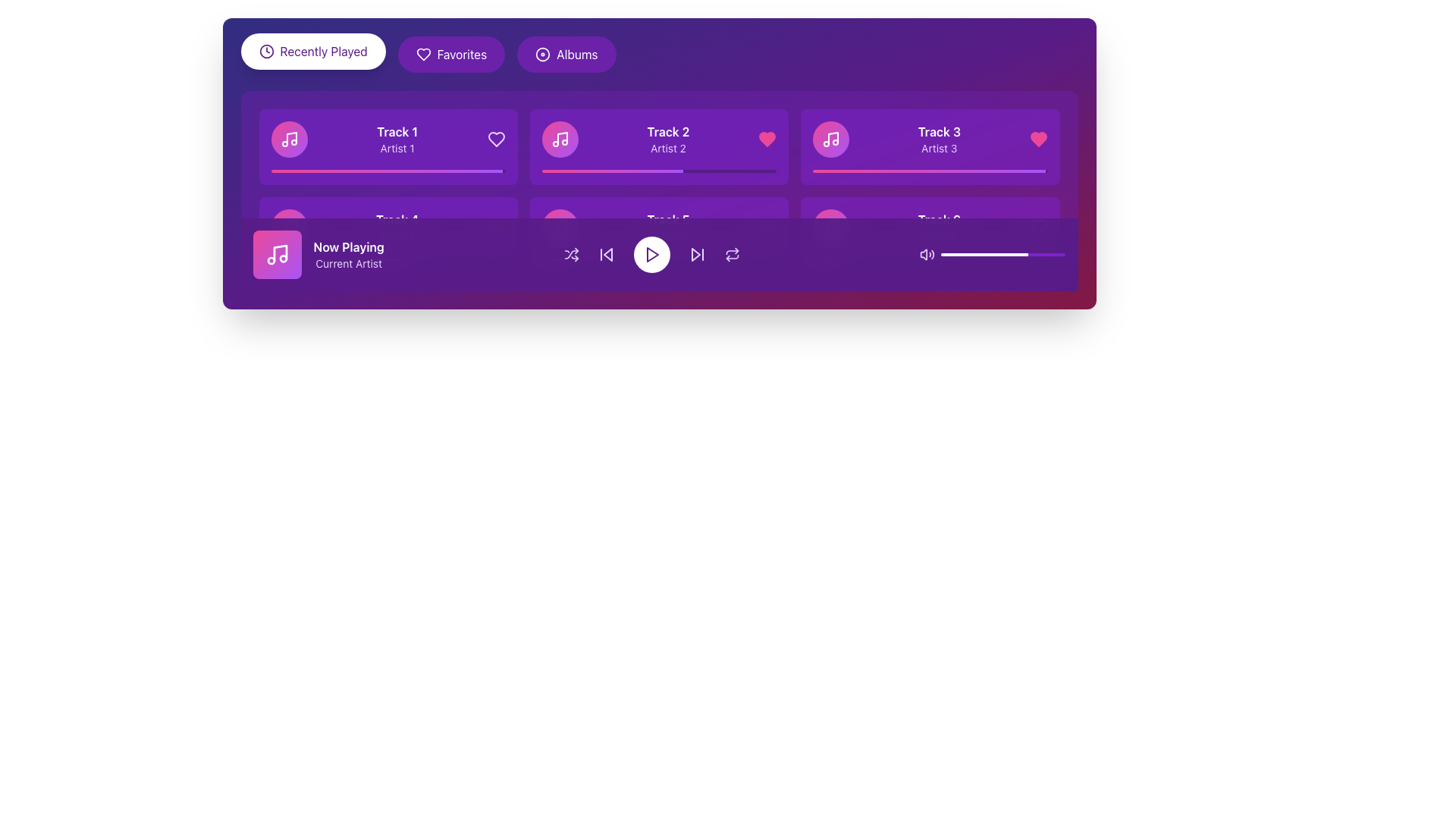 The height and width of the screenshot is (819, 1456). What do you see at coordinates (277, 253) in the screenshot?
I see `the music icon located in the bottom-left area of the Now Playing section, which serves as an indicator for audio-related content` at bounding box center [277, 253].